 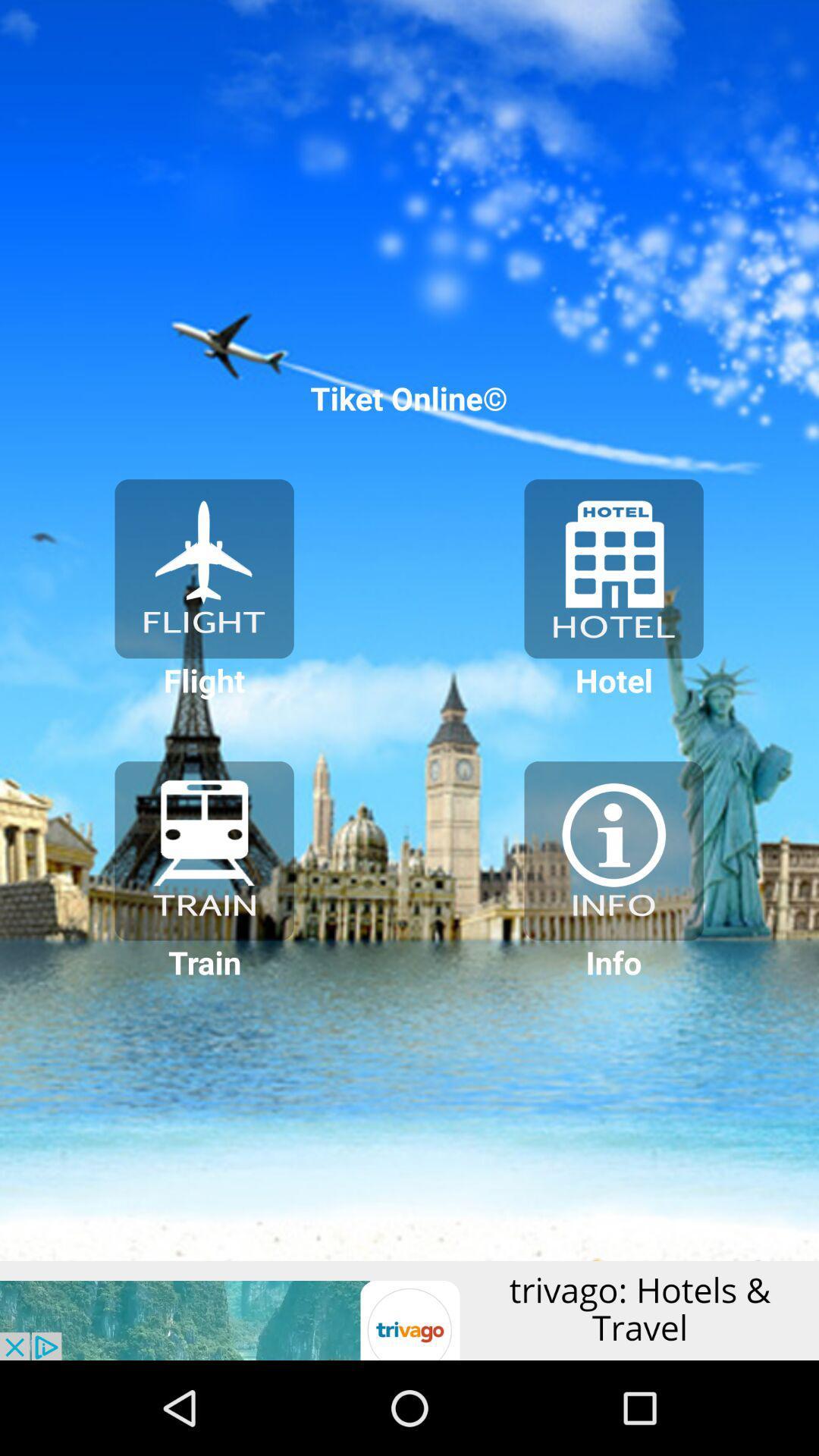 I want to click on info, so click(x=613, y=851).